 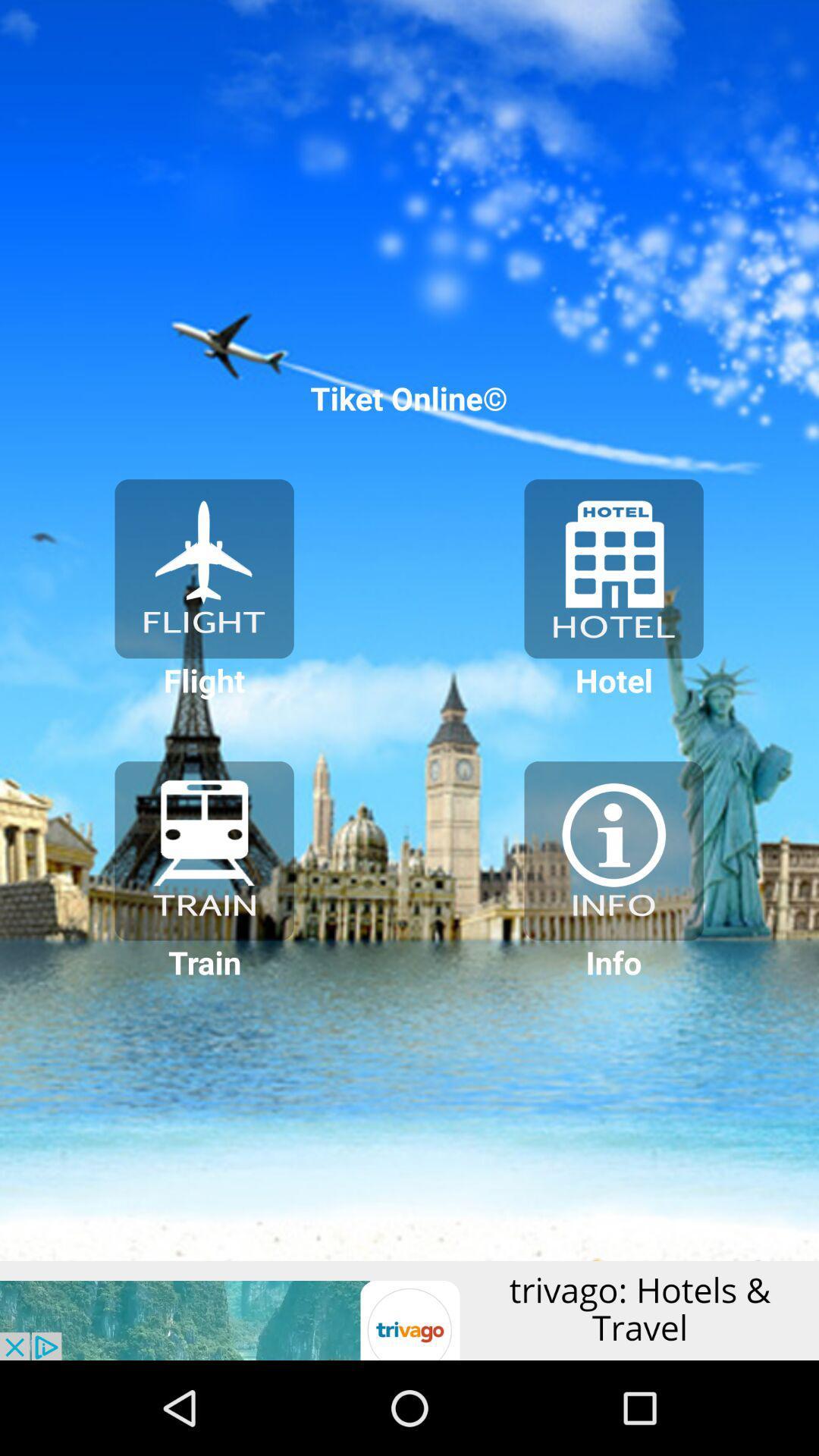 I want to click on info, so click(x=613, y=851).